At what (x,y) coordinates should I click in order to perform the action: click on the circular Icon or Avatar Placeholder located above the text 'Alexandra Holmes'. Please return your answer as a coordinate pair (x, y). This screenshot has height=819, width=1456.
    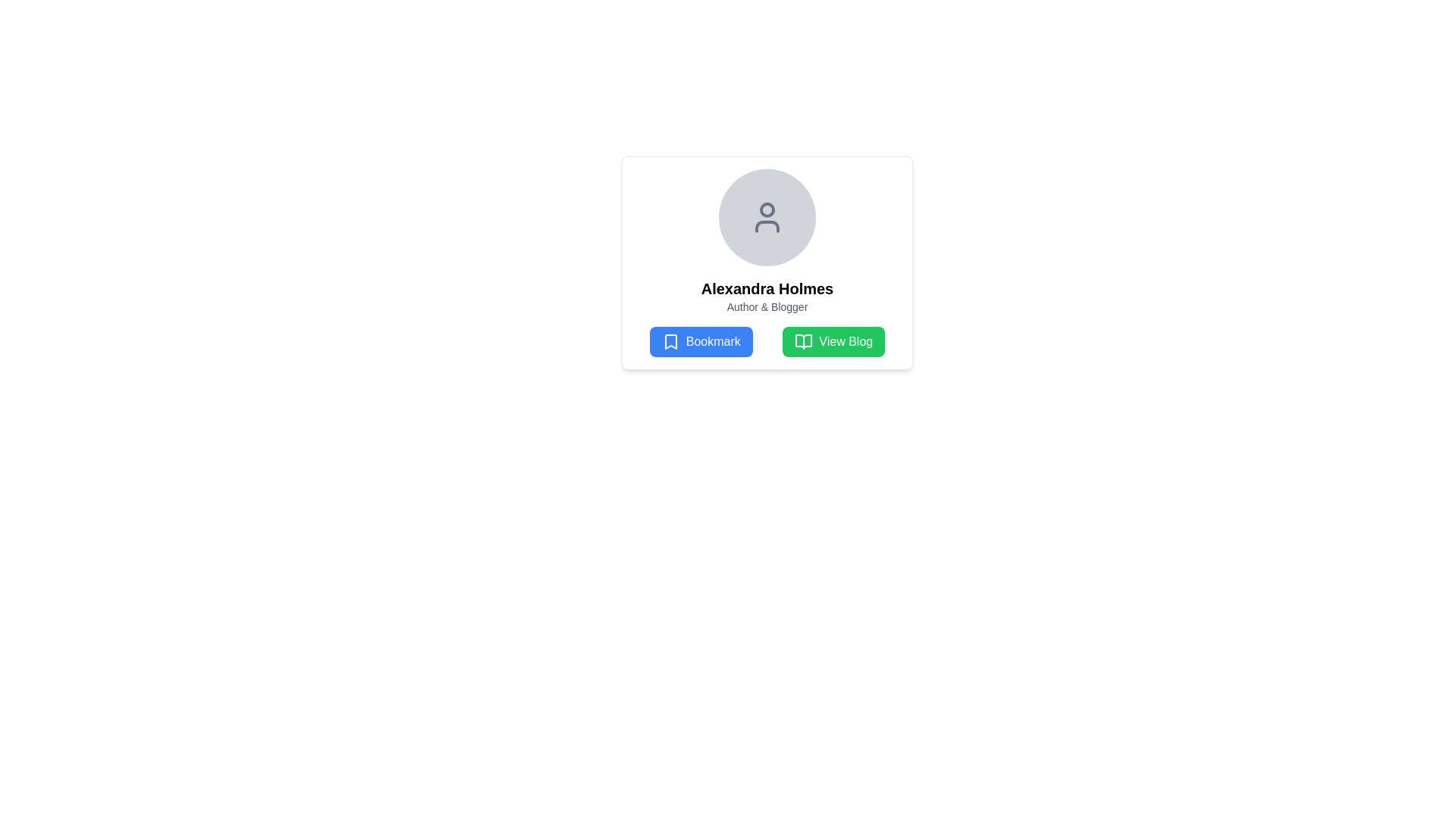
    Looking at the image, I should click on (767, 217).